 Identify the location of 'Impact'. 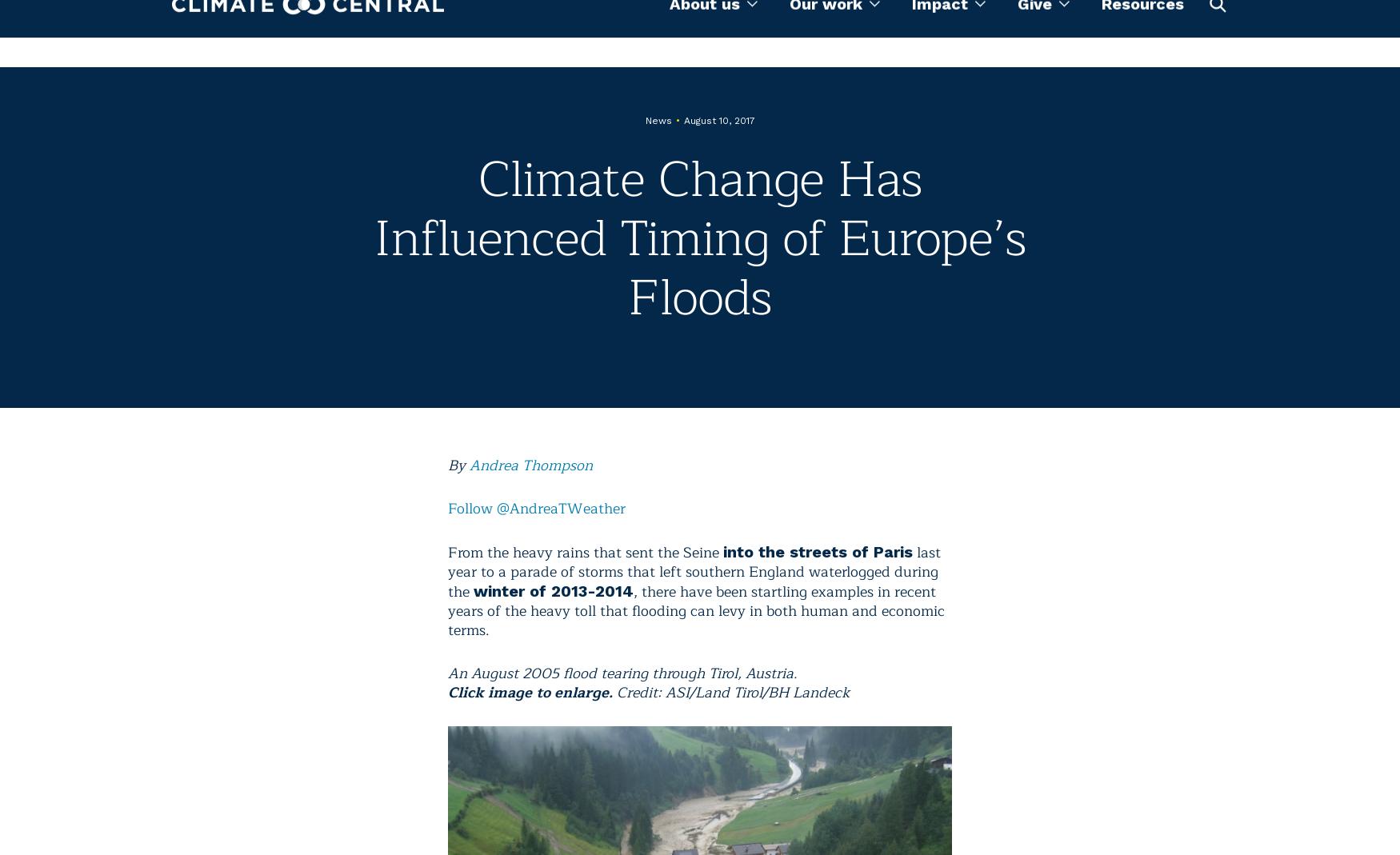
(910, 33).